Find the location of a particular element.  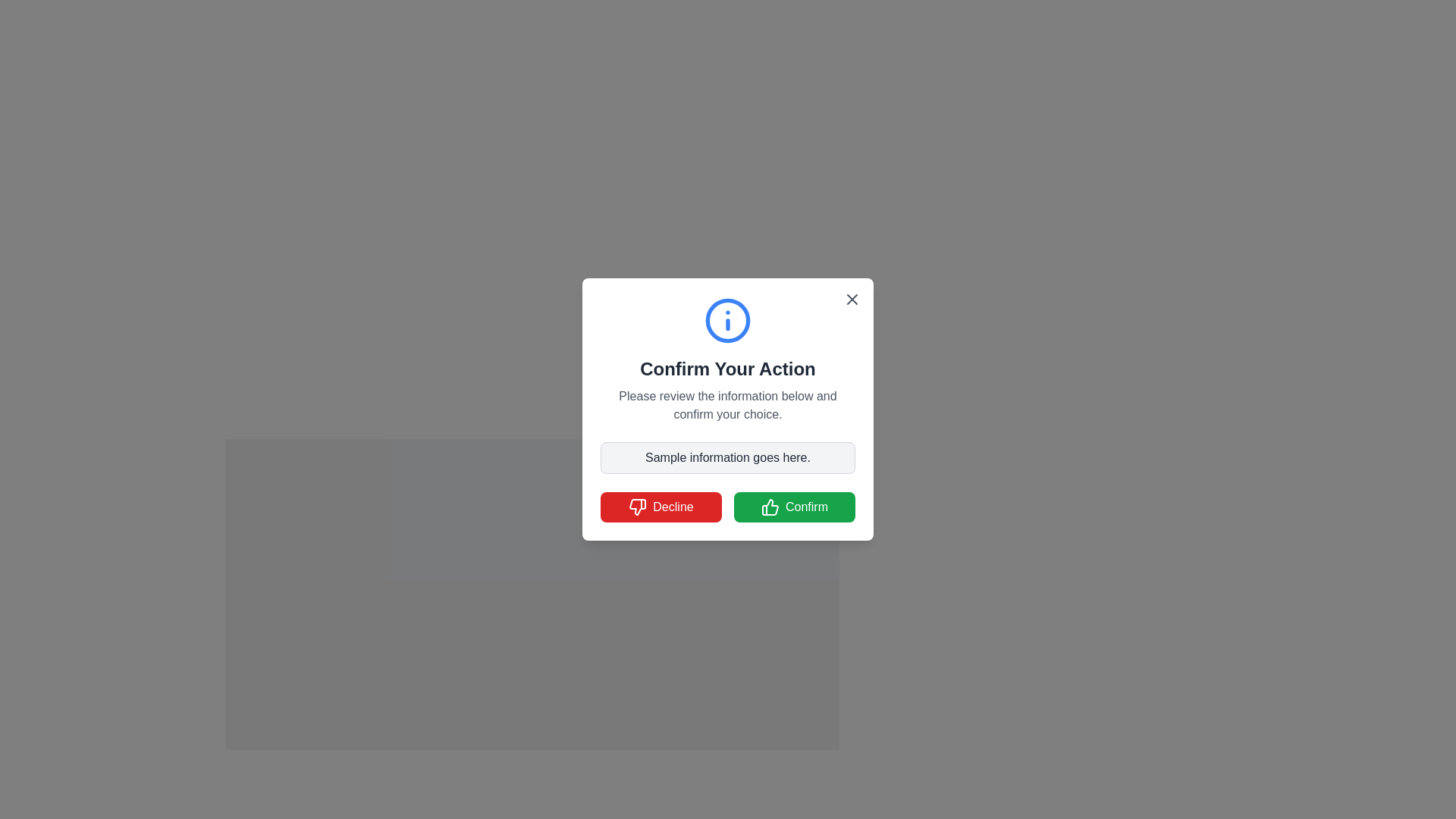

the red 'Decline' button with white text and a thumbs-down icon located in the lower-left area of the modal dialog is located at coordinates (661, 507).